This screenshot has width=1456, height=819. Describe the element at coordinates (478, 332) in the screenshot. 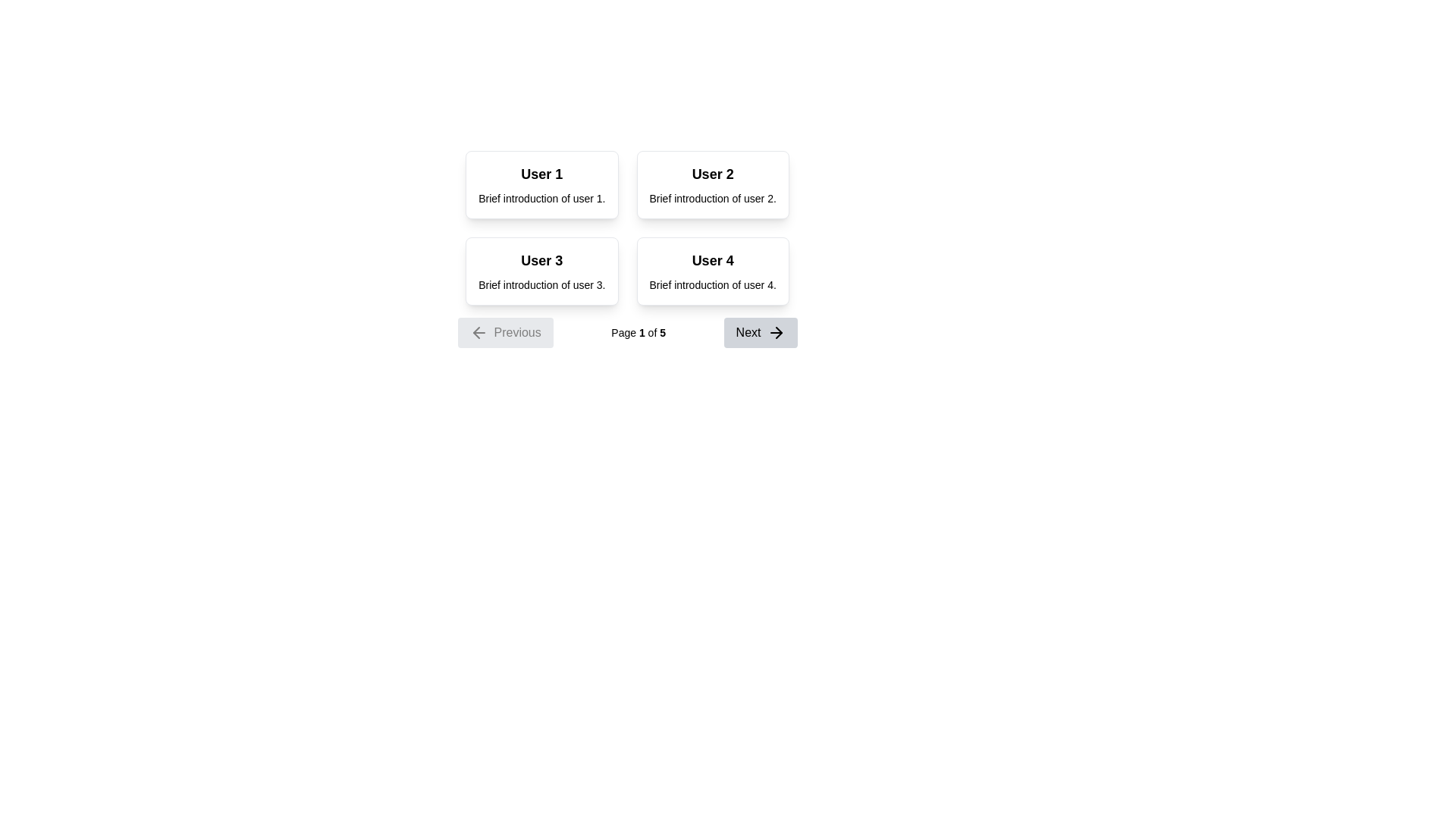

I see `the SVG-based icon that serves as a visual indicator for navigation` at that location.